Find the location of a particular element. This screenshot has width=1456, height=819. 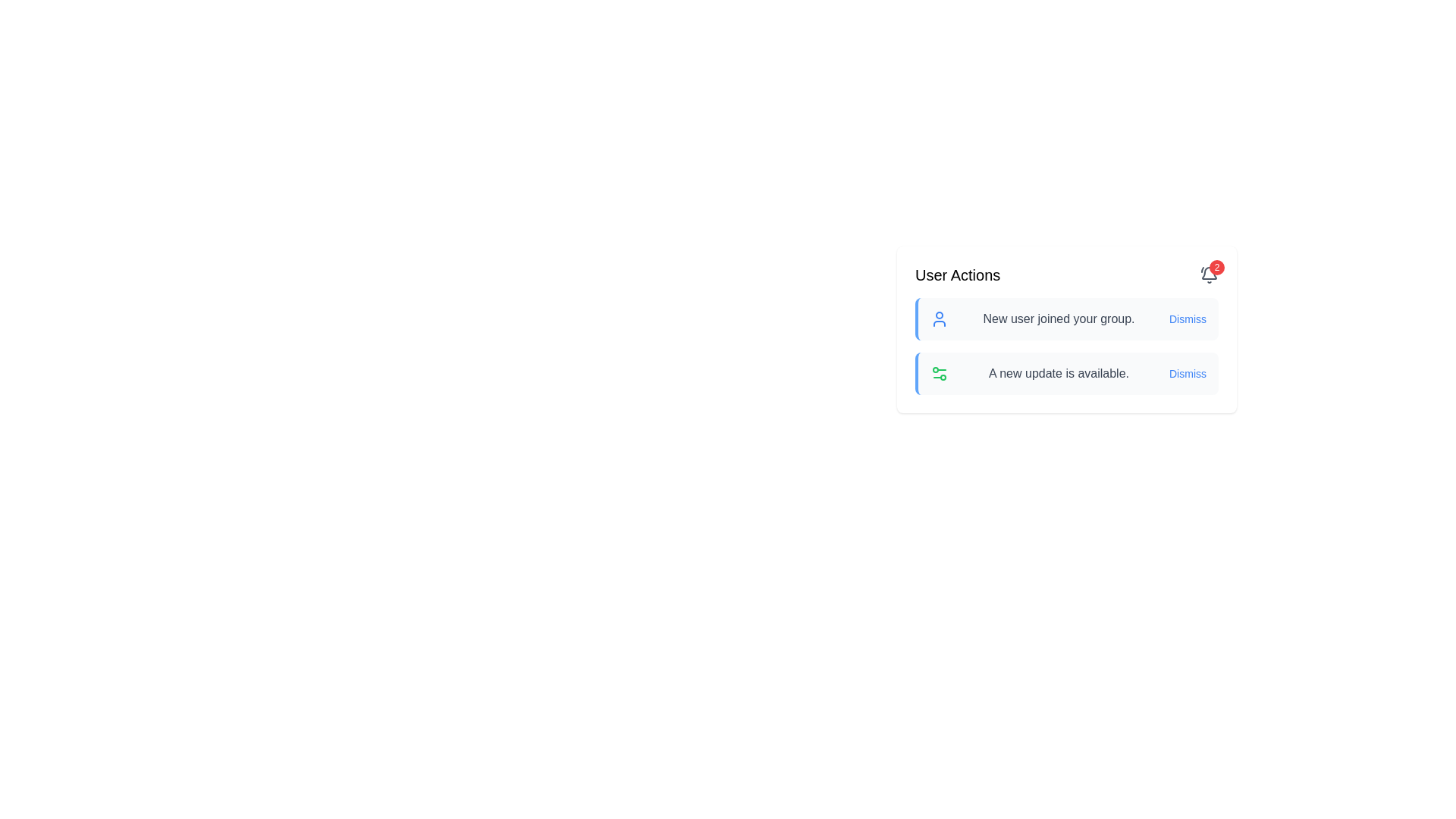

the notification indicator icon located in the top-right corner of the 'User Actions' card to observe its status or effect is located at coordinates (1208, 273).